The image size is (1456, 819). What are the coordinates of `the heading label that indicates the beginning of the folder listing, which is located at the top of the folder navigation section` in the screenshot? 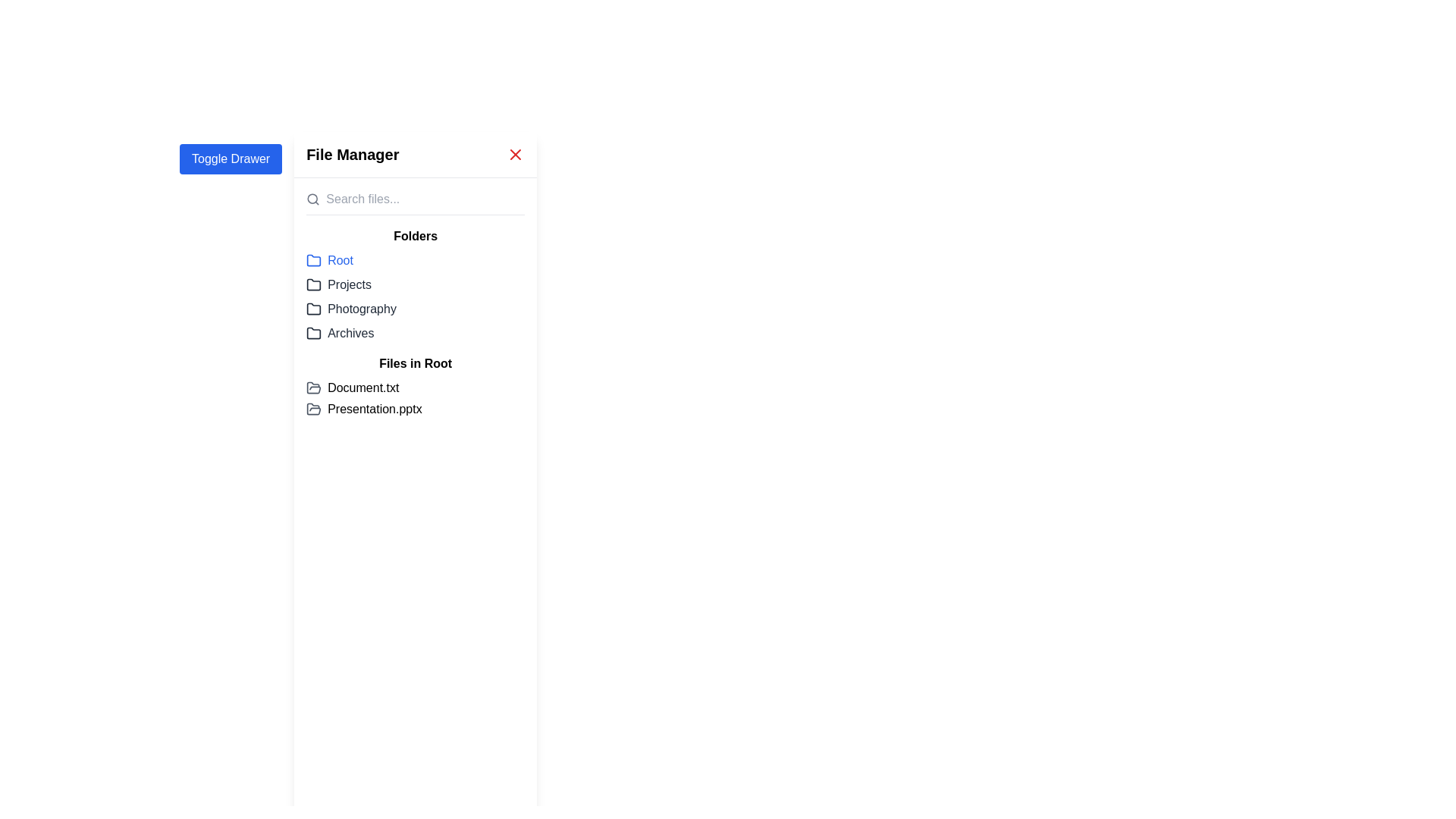 It's located at (416, 237).